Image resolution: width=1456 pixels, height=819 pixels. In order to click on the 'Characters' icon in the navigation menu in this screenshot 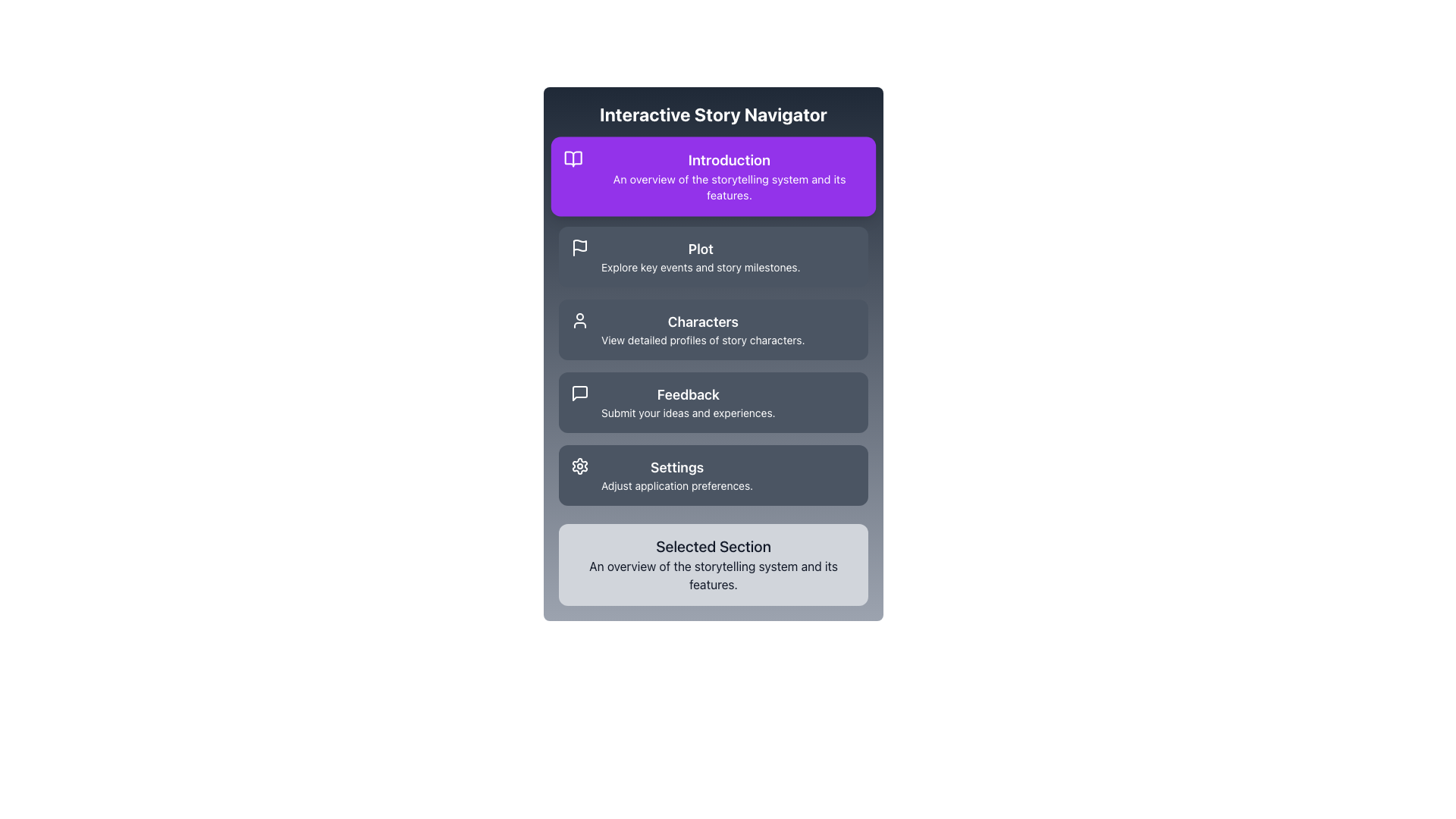, I will do `click(579, 320)`.